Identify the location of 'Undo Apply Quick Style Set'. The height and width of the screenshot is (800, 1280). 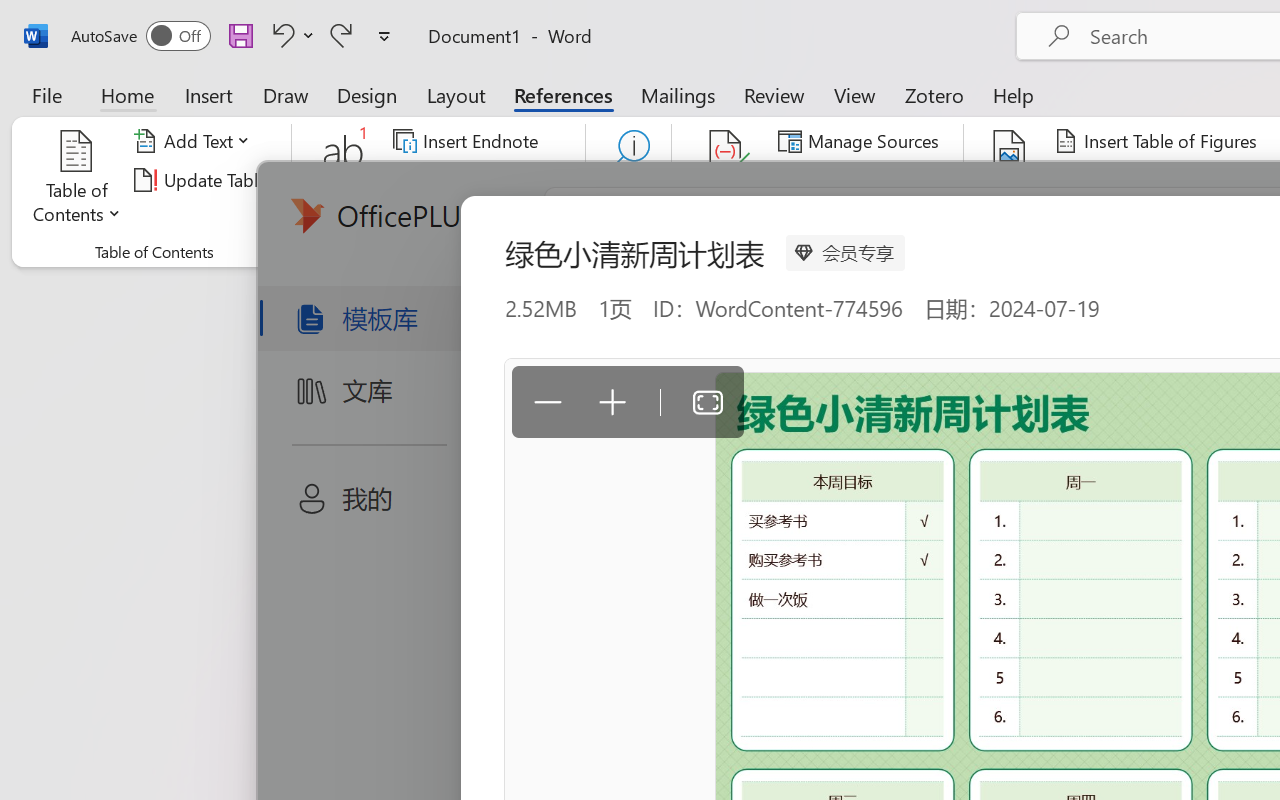
(279, 34).